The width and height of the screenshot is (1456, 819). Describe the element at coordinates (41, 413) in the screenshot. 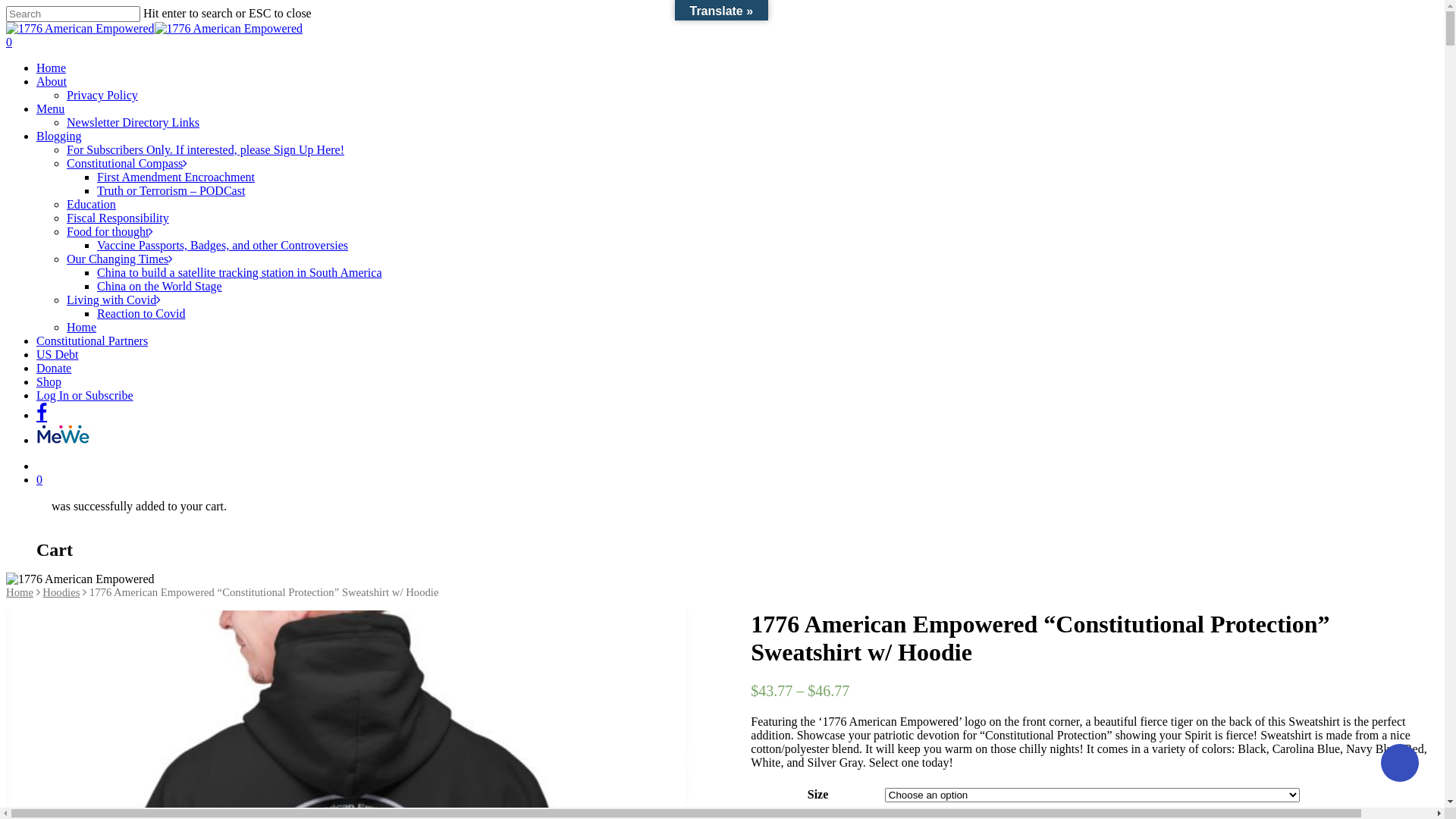

I see `'facebook'` at that location.